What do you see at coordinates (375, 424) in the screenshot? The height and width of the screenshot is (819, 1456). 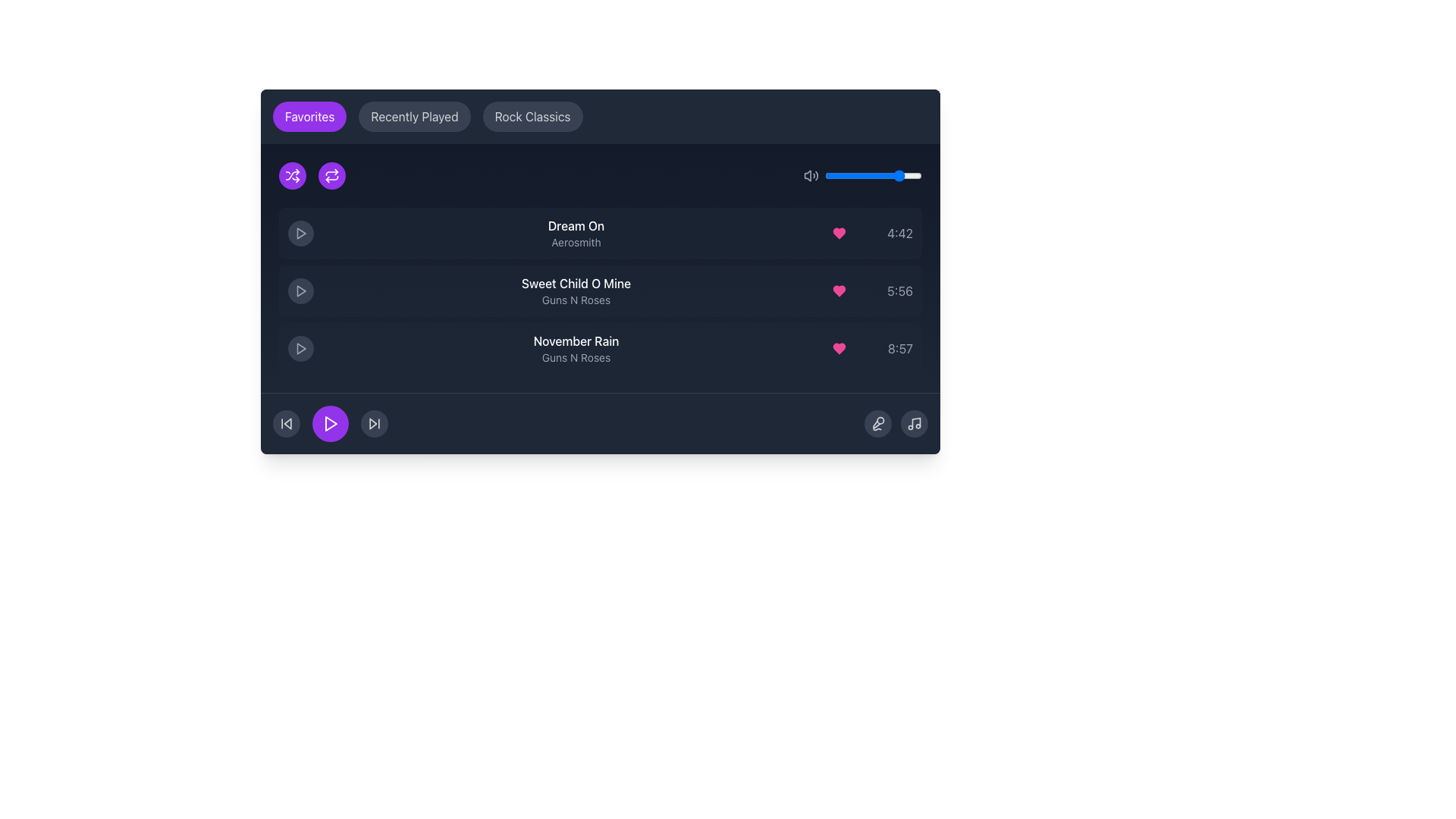 I see `the button that skips to the next track in the bottom control panel of the player interface, located to the right of the 'Play' icon` at bounding box center [375, 424].